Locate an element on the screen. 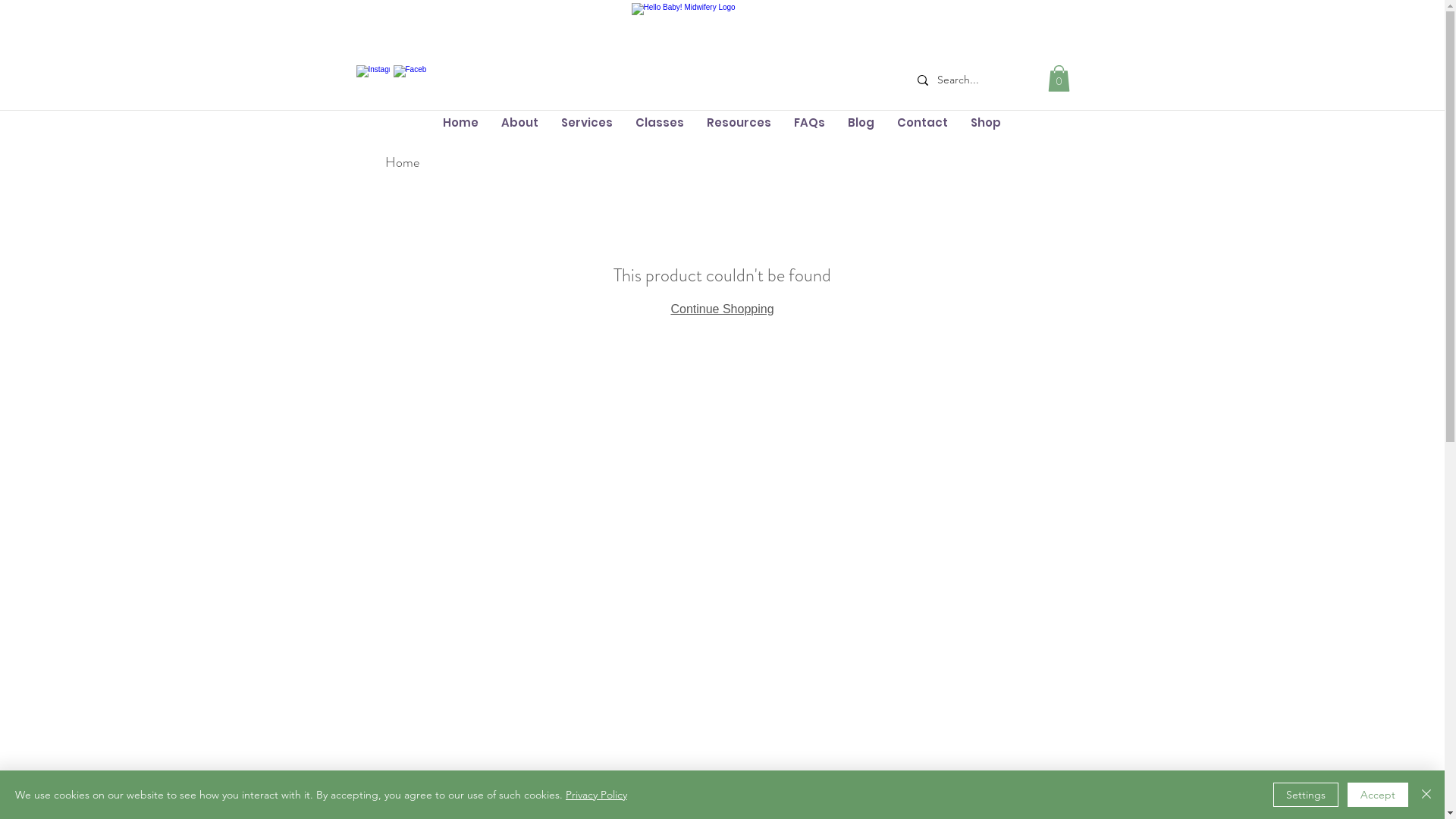  '0' is located at coordinates (1058, 78).